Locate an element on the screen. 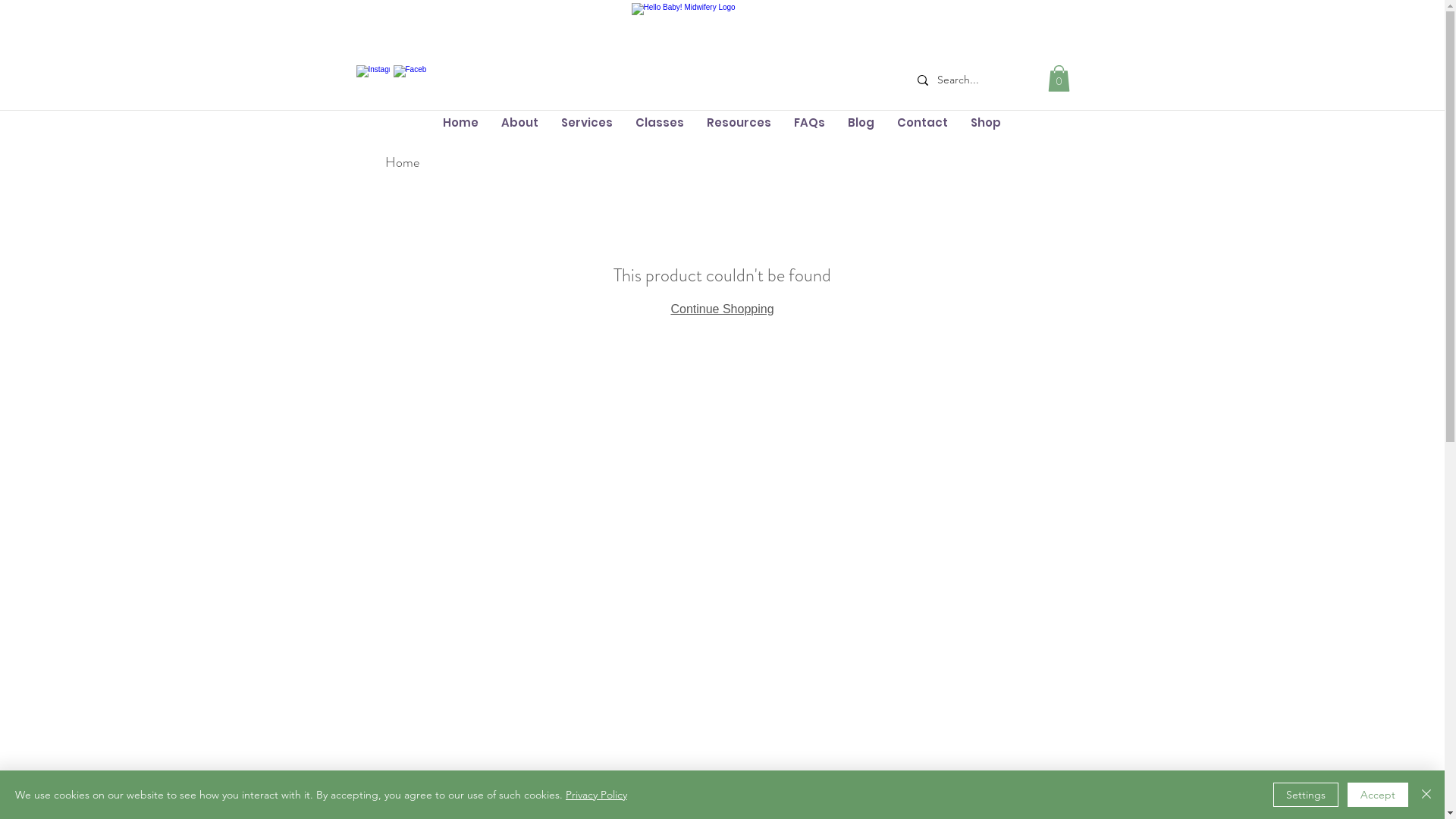  '0' is located at coordinates (1058, 78).